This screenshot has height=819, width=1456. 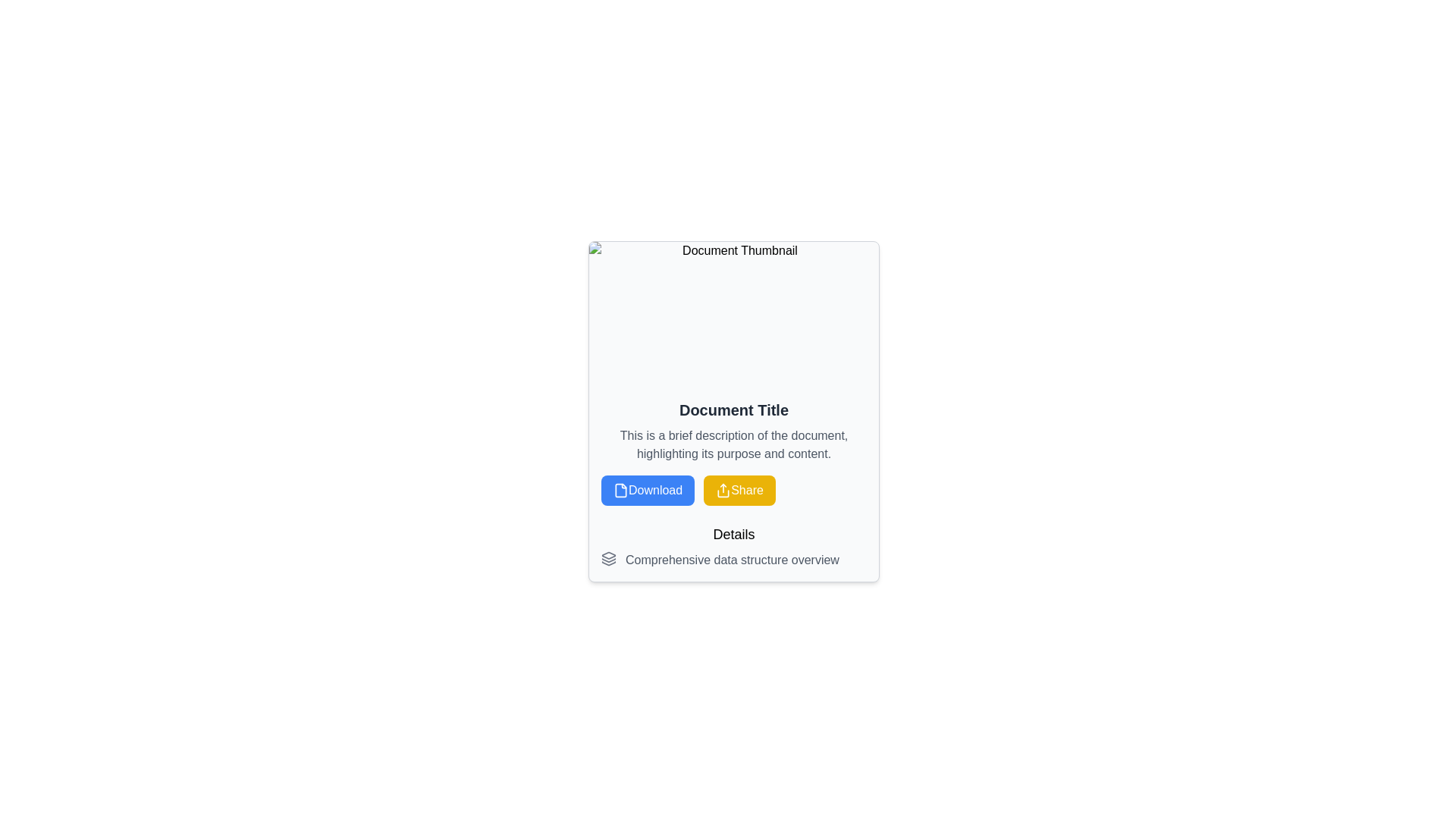 What do you see at coordinates (739, 491) in the screenshot?
I see `the 'Share' button located to the right of the 'Download' button at the bottom of the main card interface` at bounding box center [739, 491].